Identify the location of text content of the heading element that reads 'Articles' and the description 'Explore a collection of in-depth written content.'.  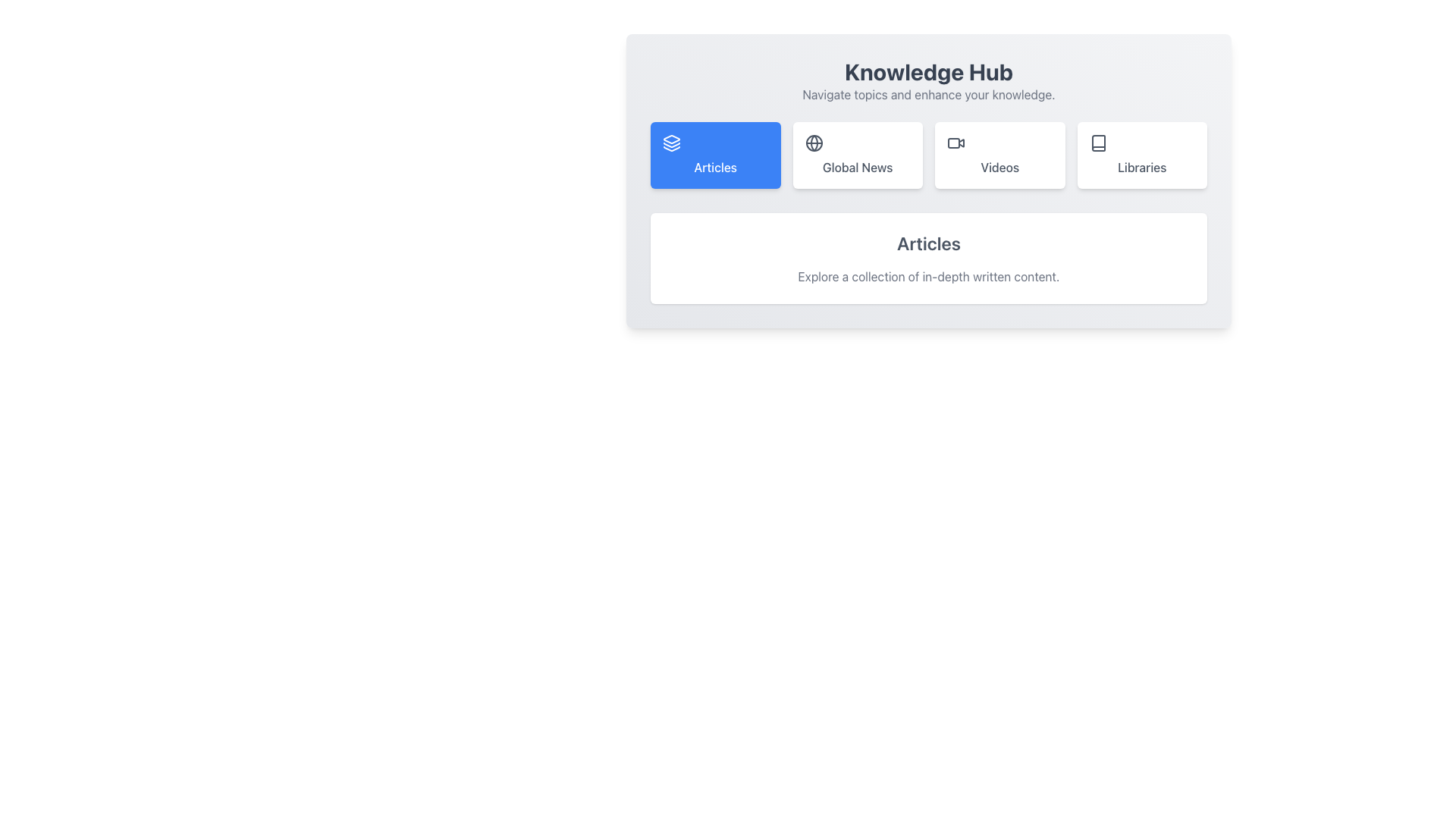
(927, 257).